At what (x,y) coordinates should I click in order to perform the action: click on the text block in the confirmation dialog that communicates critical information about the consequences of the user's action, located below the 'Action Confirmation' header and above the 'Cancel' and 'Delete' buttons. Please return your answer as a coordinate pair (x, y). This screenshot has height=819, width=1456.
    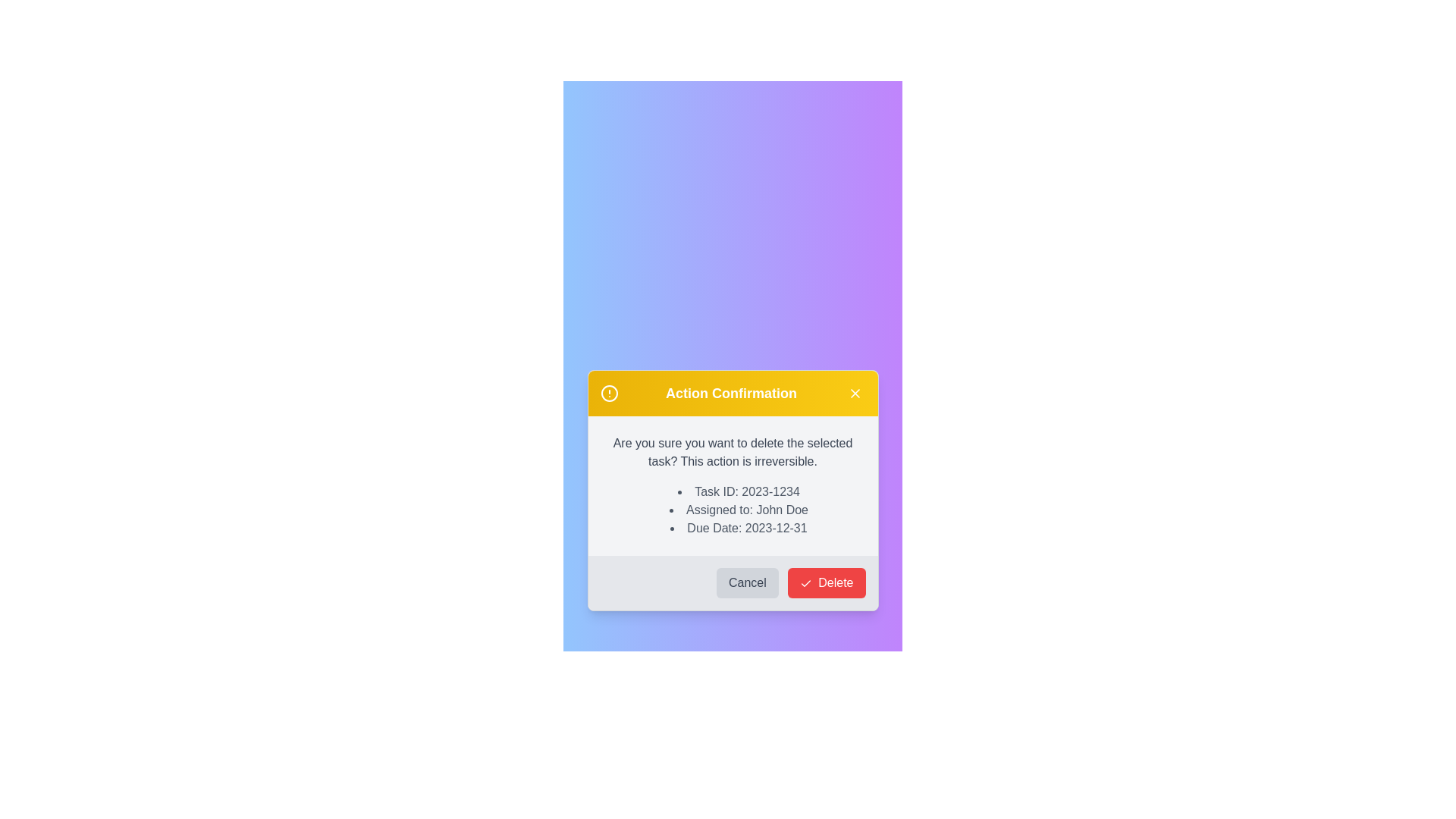
    Looking at the image, I should click on (733, 485).